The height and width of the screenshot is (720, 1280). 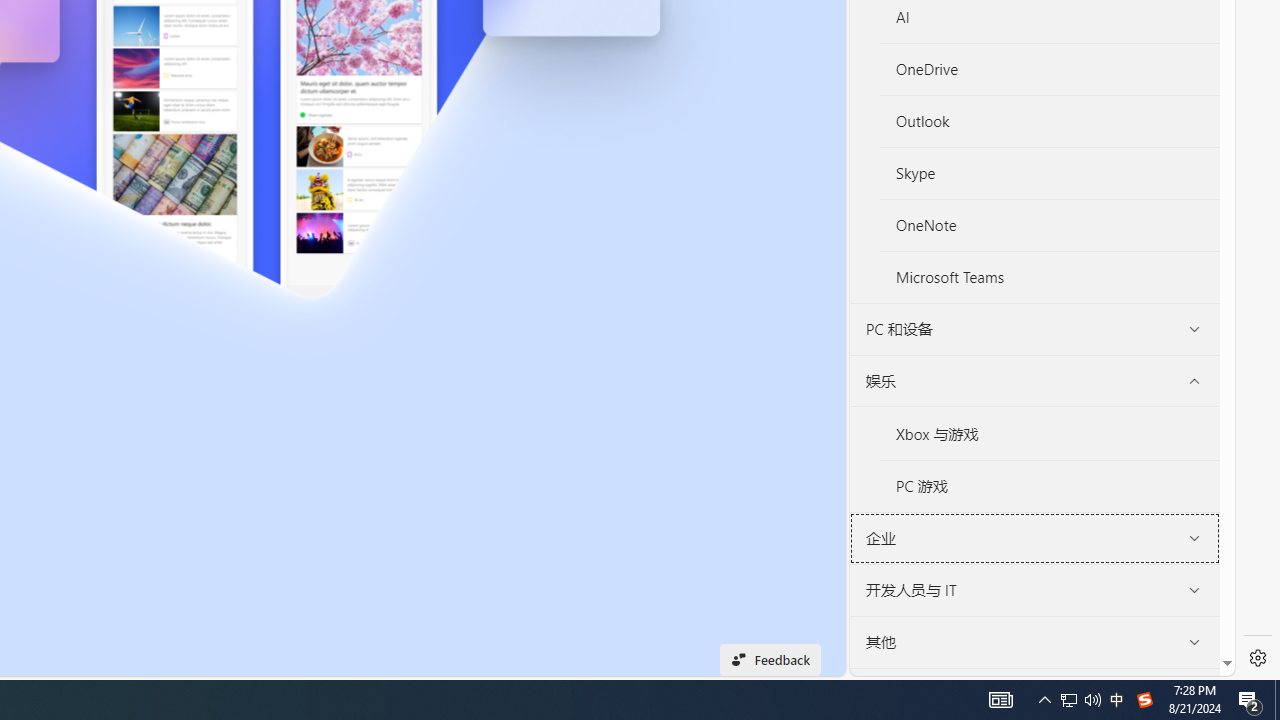 What do you see at coordinates (1048, 277) in the screenshot?
I see `'Microsoft Teams'` at bounding box center [1048, 277].